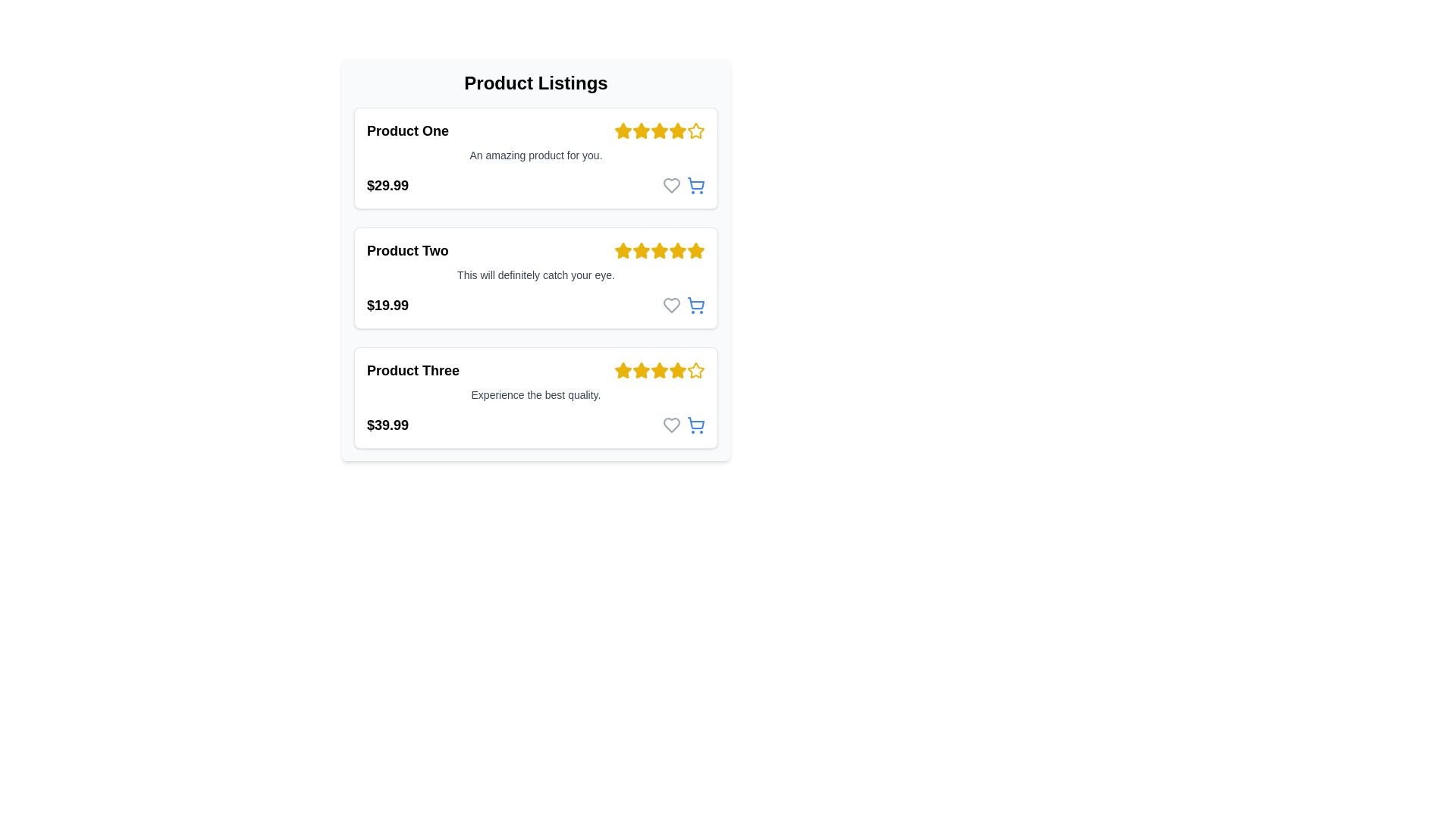 The image size is (1456, 819). I want to click on price displayed in bold text as '$29.99' located in the first product listing below the title 'Product One', so click(388, 185).